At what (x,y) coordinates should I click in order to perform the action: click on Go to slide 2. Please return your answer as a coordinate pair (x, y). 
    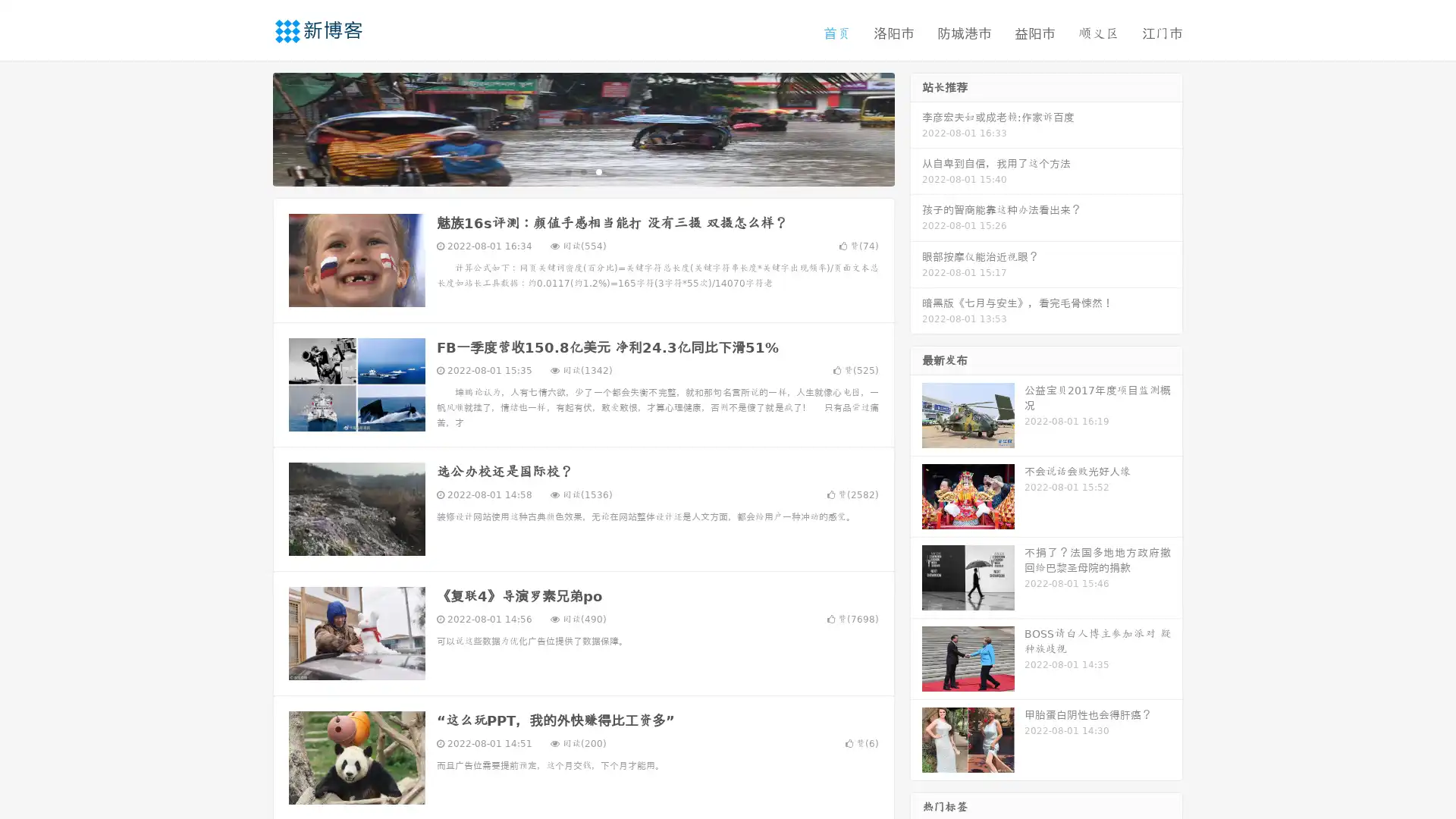
    Looking at the image, I should click on (582, 171).